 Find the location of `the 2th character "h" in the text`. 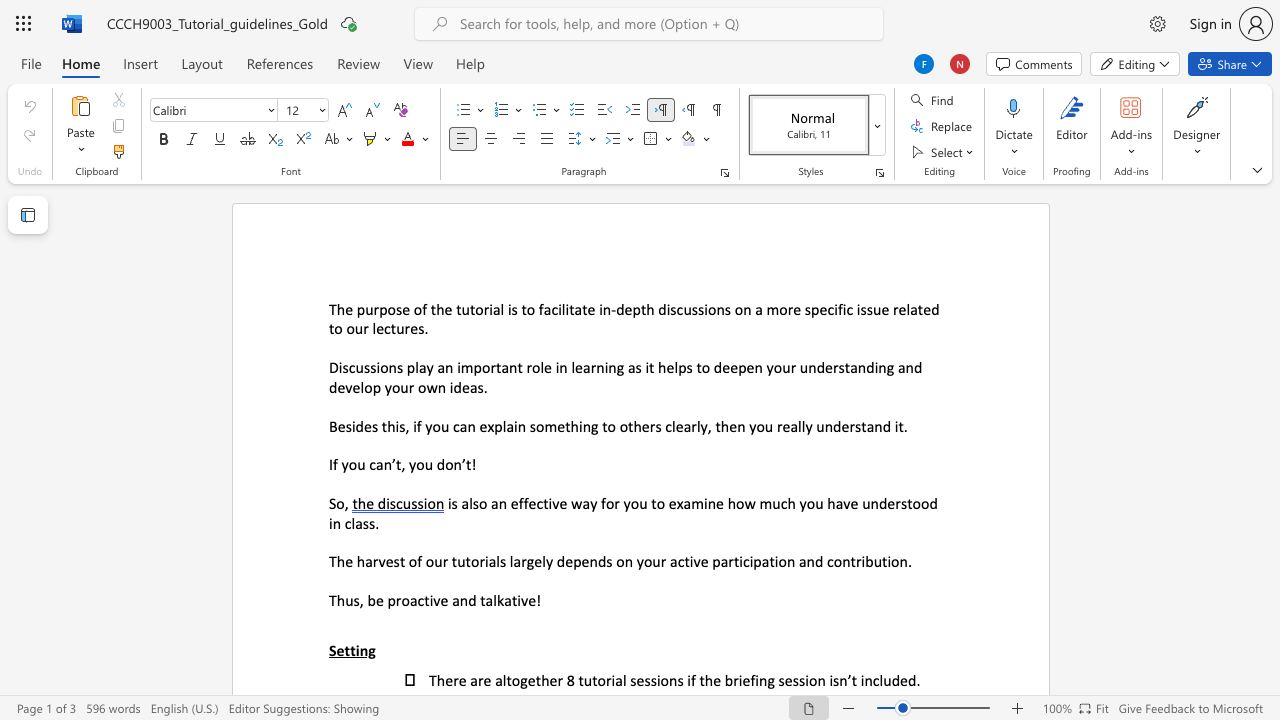

the 2th character "h" in the text is located at coordinates (360, 561).